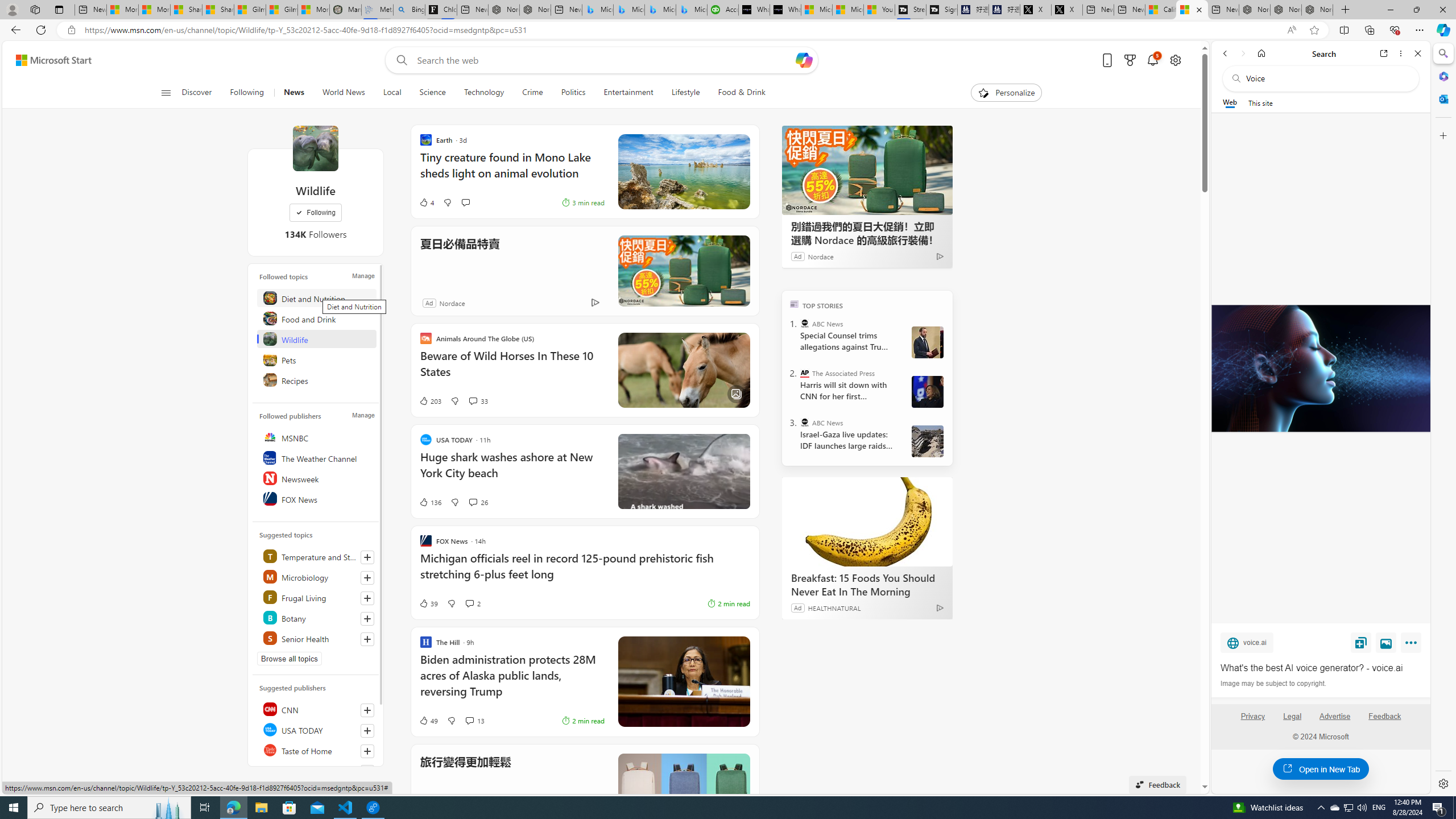  What do you see at coordinates (1321, 768) in the screenshot?
I see `'Open in New Tab'` at bounding box center [1321, 768].